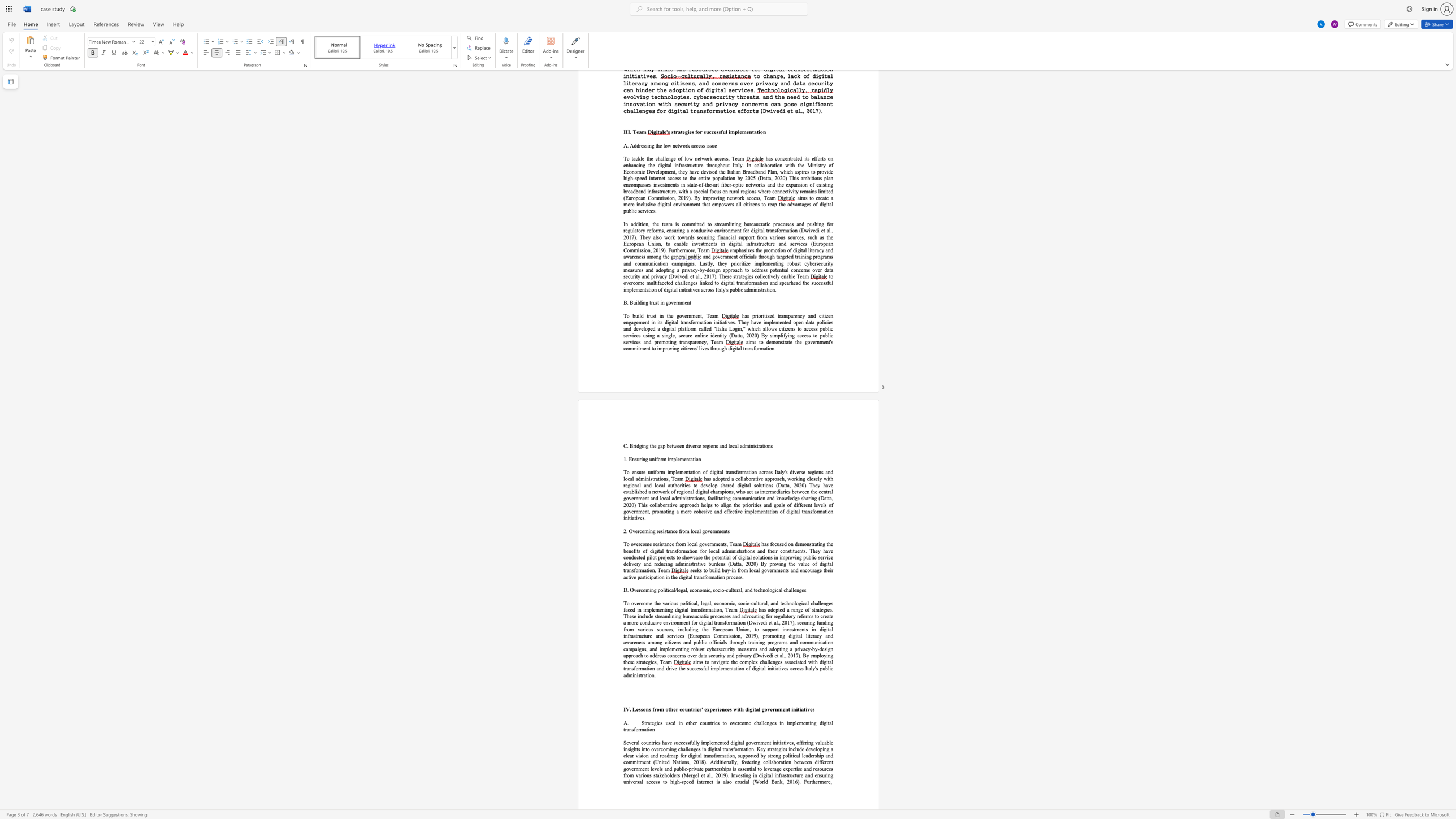 This screenshot has width=1456, height=819. I want to click on the subset text "ansformation across Ita" within the text "To ensure uniform implementation of digital transformation across Italy", so click(729, 472).